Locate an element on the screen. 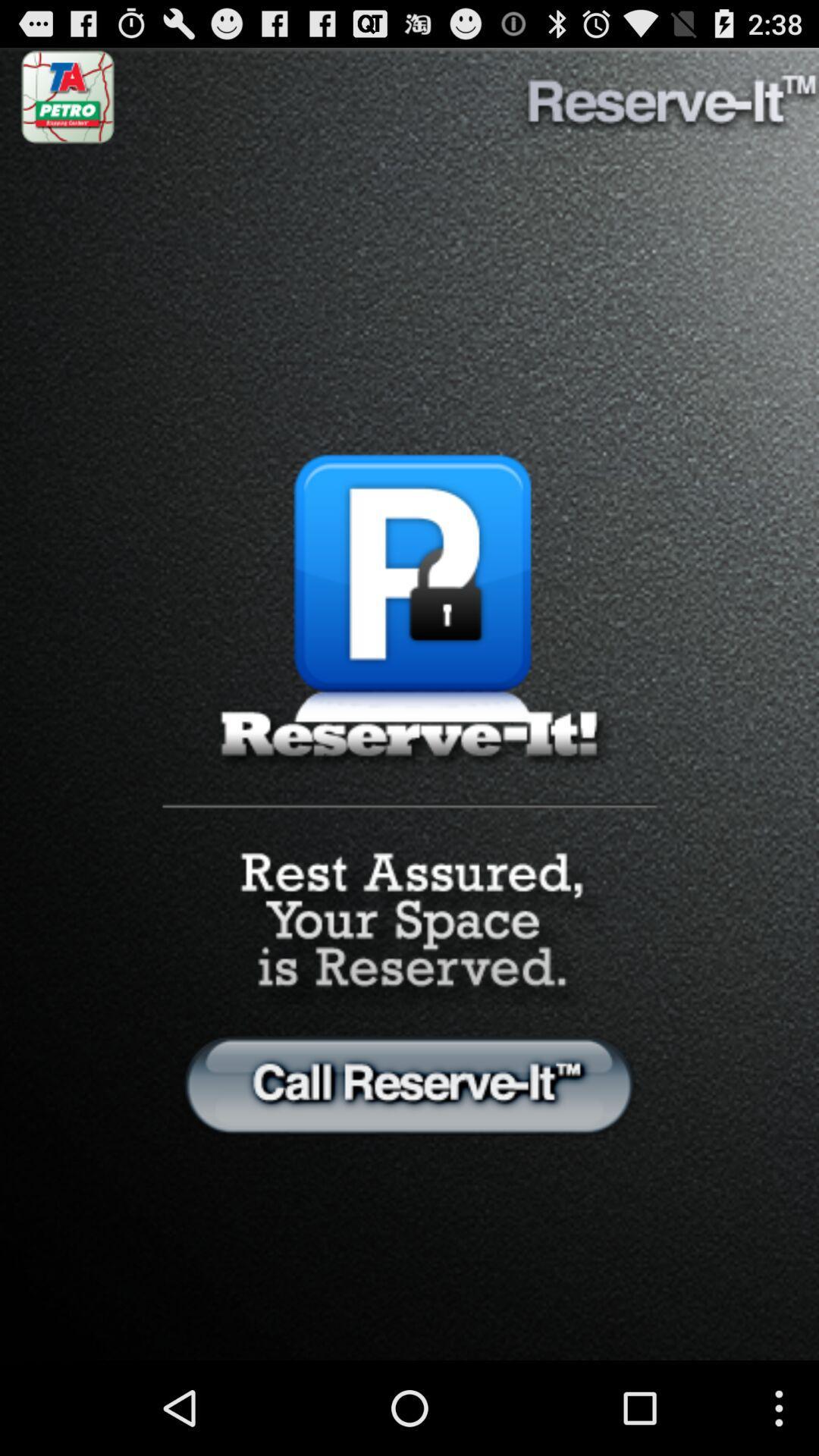  place telephone call is located at coordinates (409, 1084).